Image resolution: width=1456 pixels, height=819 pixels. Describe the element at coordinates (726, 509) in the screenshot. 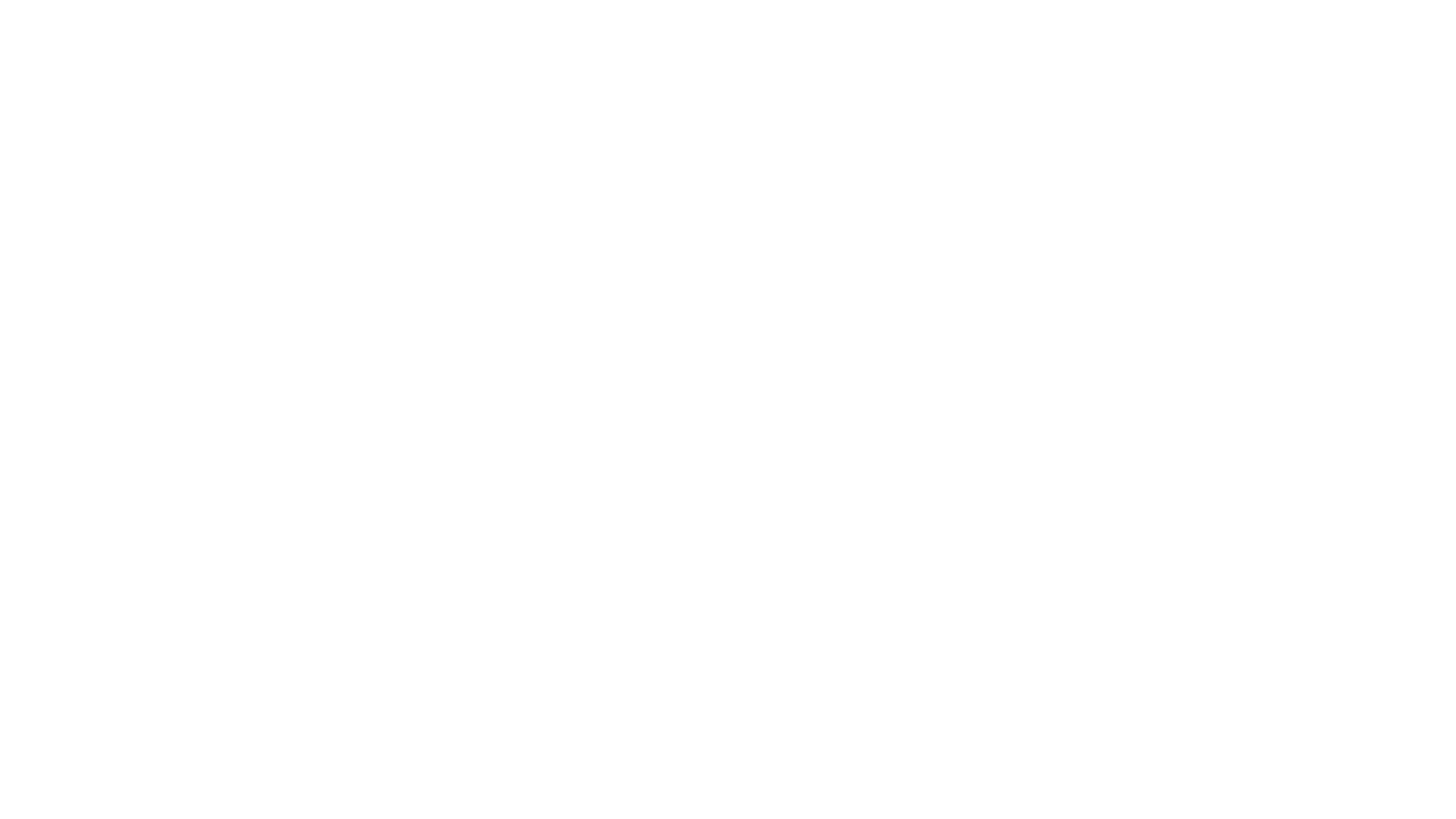

I see `REFUSE` at that location.